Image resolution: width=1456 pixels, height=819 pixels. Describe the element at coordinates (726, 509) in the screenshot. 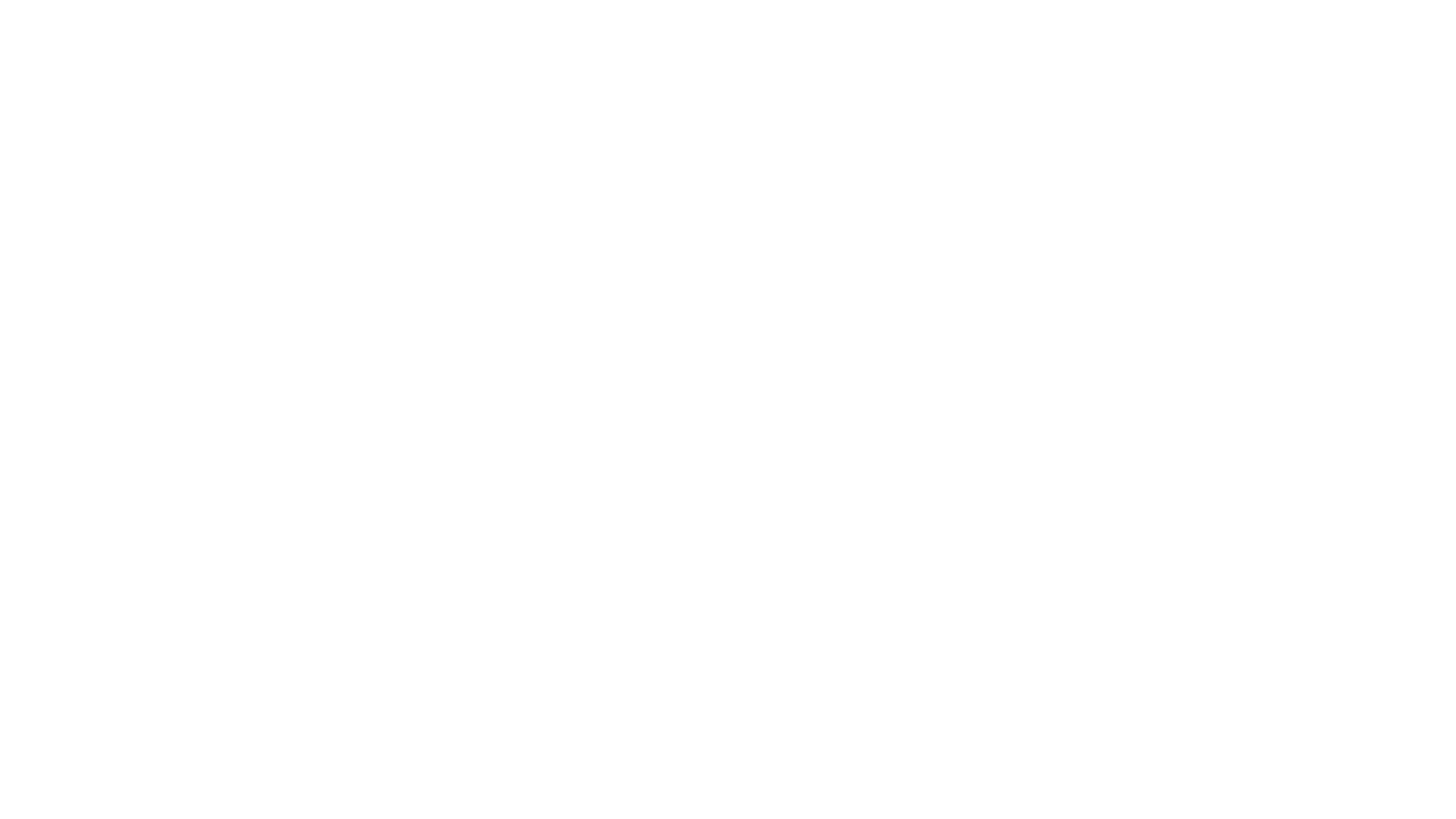

I see `REFUSE` at that location.